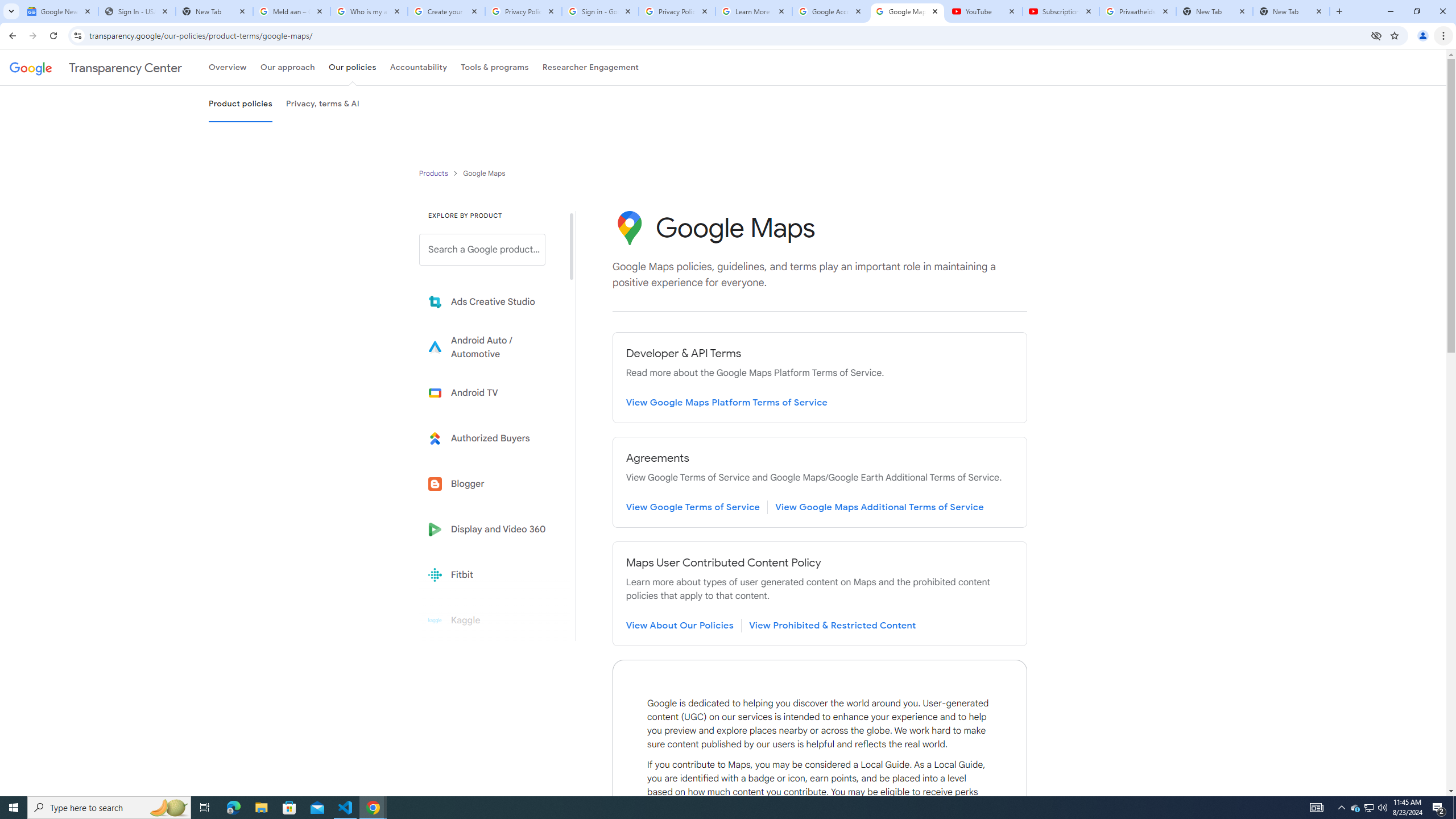 This screenshot has height=819, width=1456. What do you see at coordinates (1061, 11) in the screenshot?
I see `'Subscriptions - YouTube'` at bounding box center [1061, 11].